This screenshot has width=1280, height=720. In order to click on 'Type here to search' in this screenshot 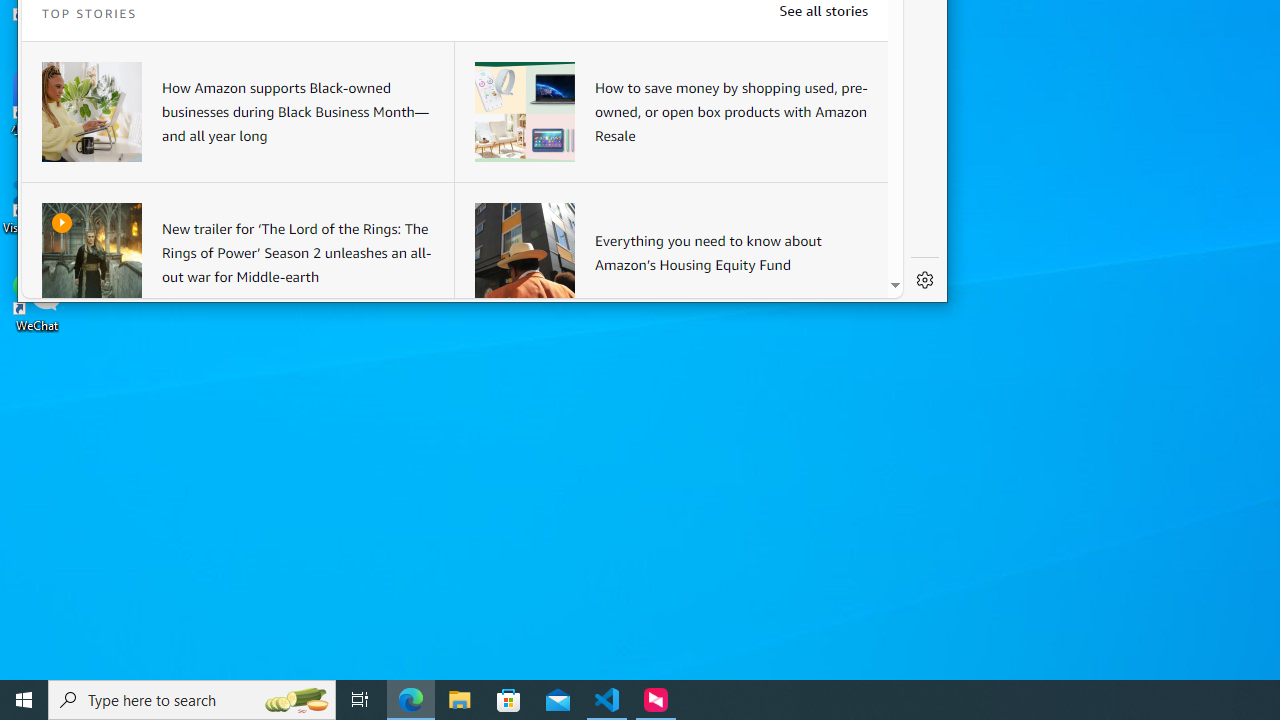, I will do `click(192, 698)`.